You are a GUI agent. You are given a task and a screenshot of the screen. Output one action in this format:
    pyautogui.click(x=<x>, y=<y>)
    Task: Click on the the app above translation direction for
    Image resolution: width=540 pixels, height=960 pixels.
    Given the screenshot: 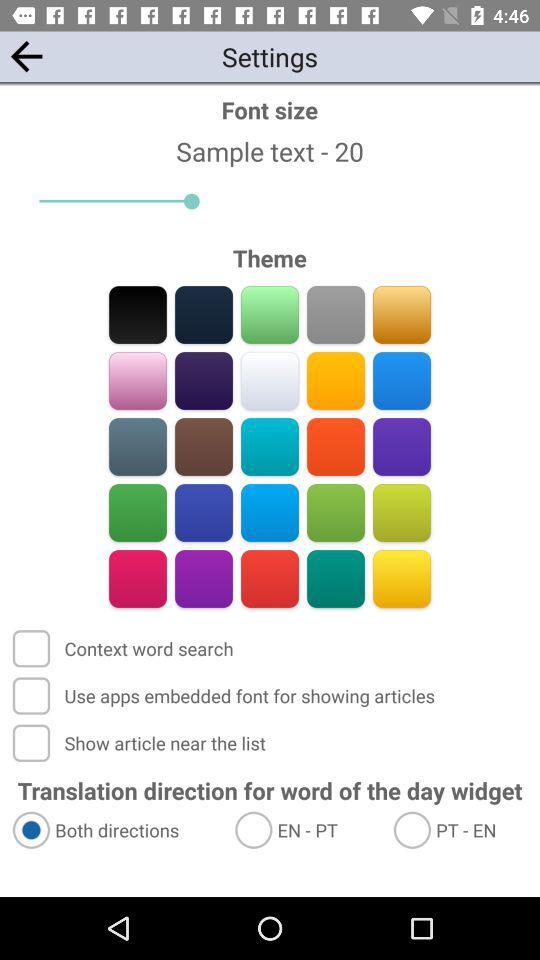 What is the action you would take?
    pyautogui.click(x=140, y=742)
    